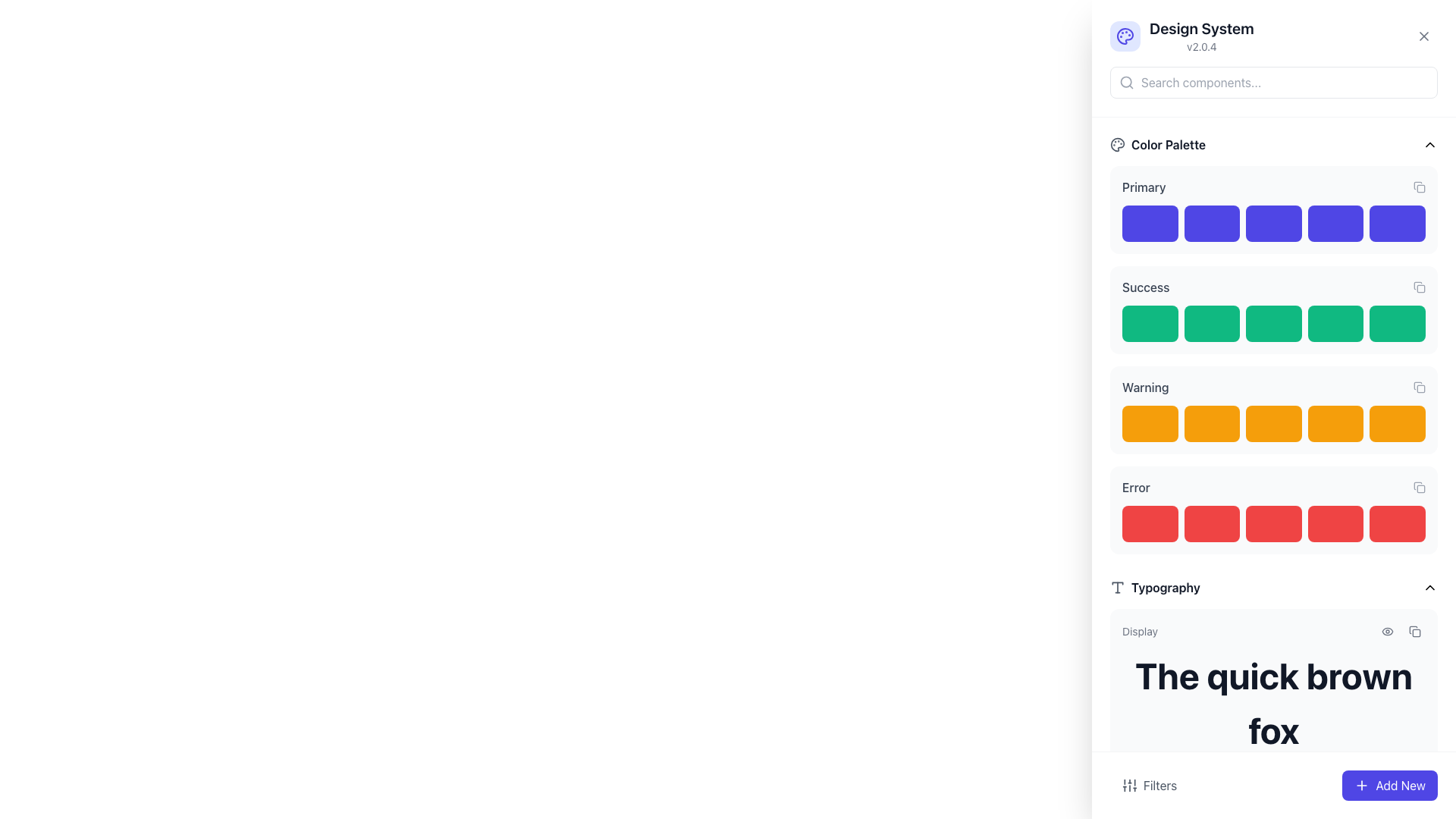  I want to click on the fourth orange color swatch in the 'Warning' section of the Color Palette, which serves as a visual indicator and is not interactive, so click(1335, 424).